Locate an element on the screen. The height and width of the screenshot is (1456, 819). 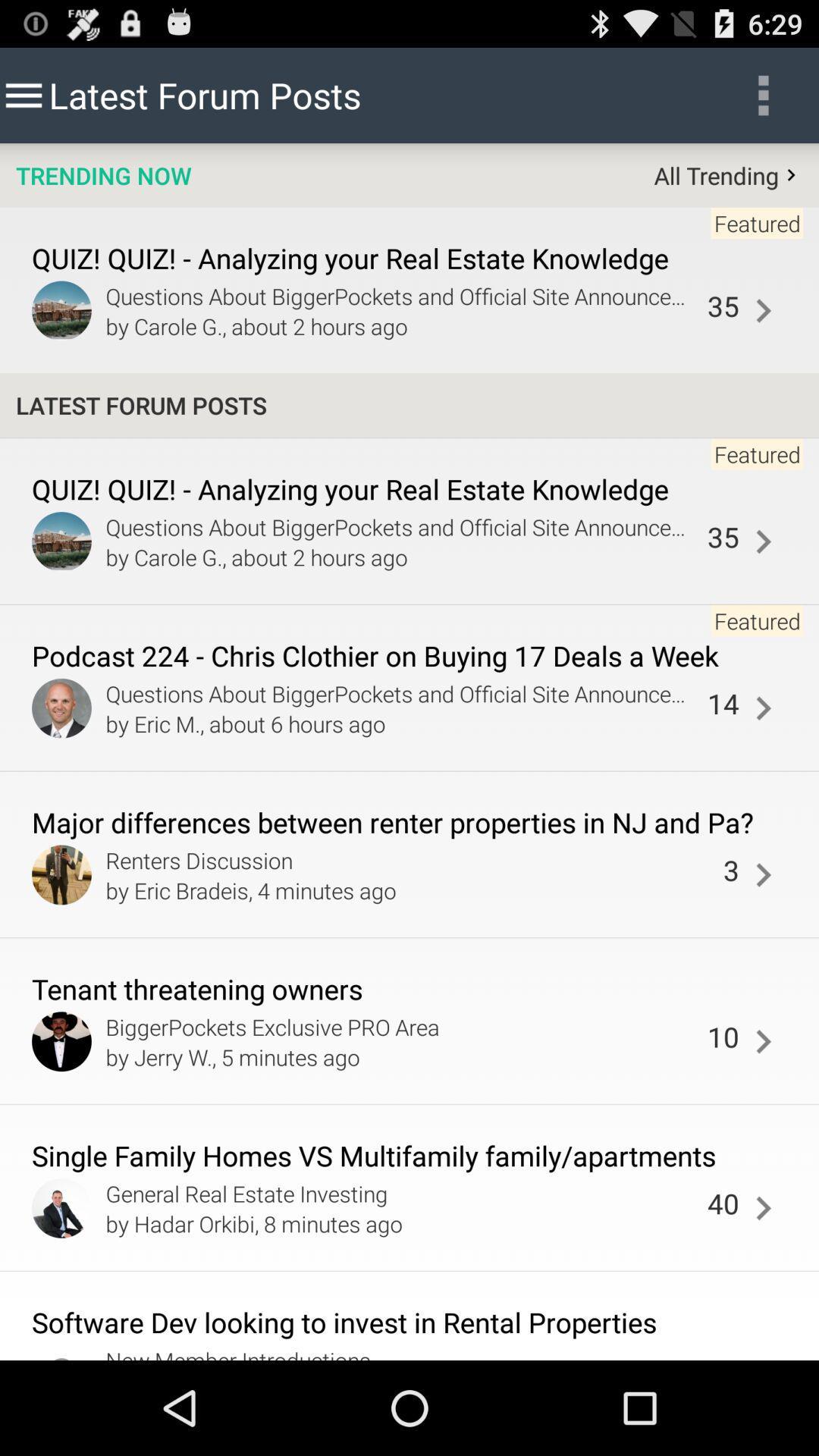
item next to all trending is located at coordinates (102, 175).